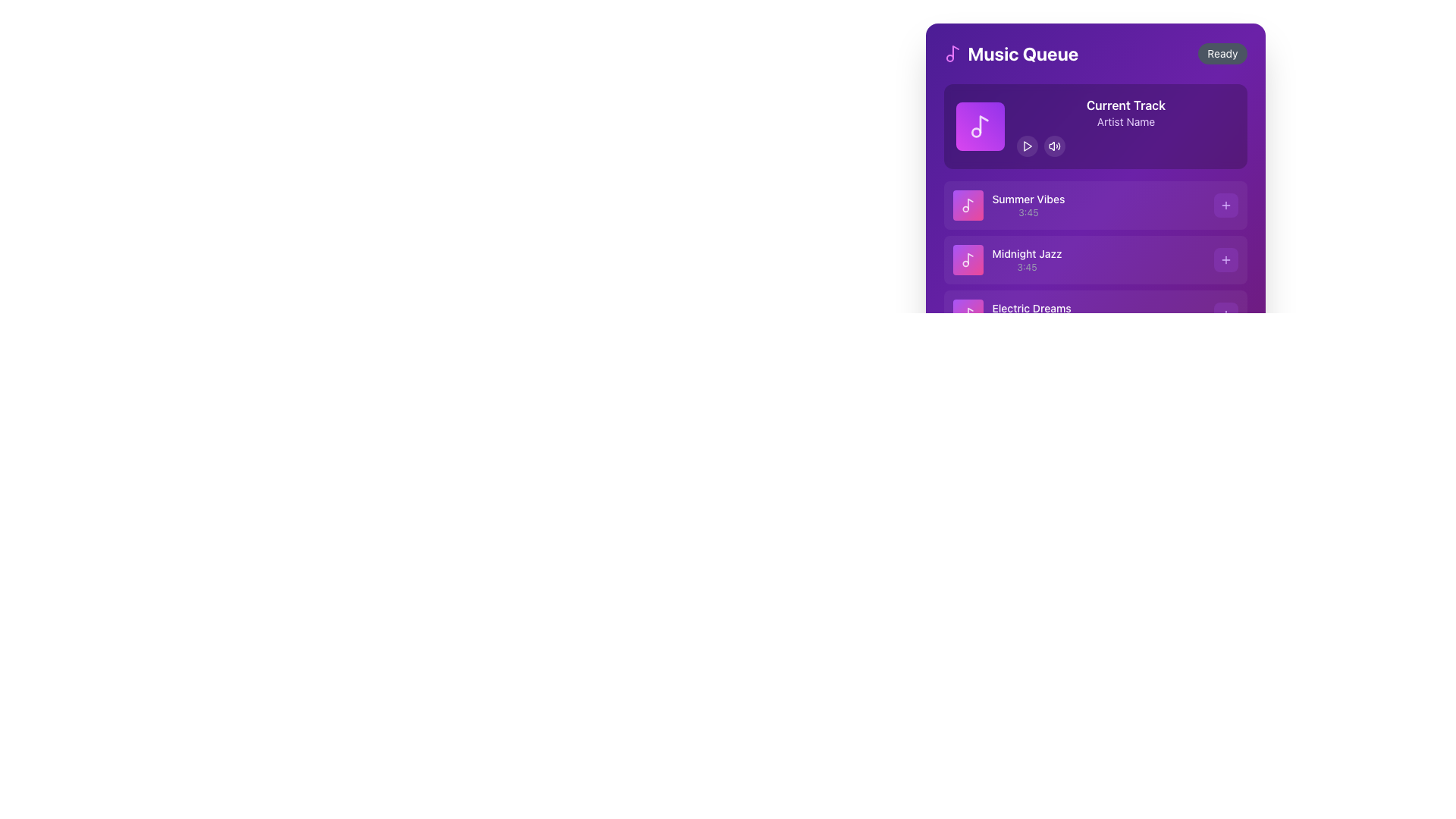 Image resolution: width=1456 pixels, height=819 pixels. Describe the element at coordinates (976, 131) in the screenshot. I see `first Vector graphical component (circle) of the music-themed SVG illustration in the DOM` at that location.